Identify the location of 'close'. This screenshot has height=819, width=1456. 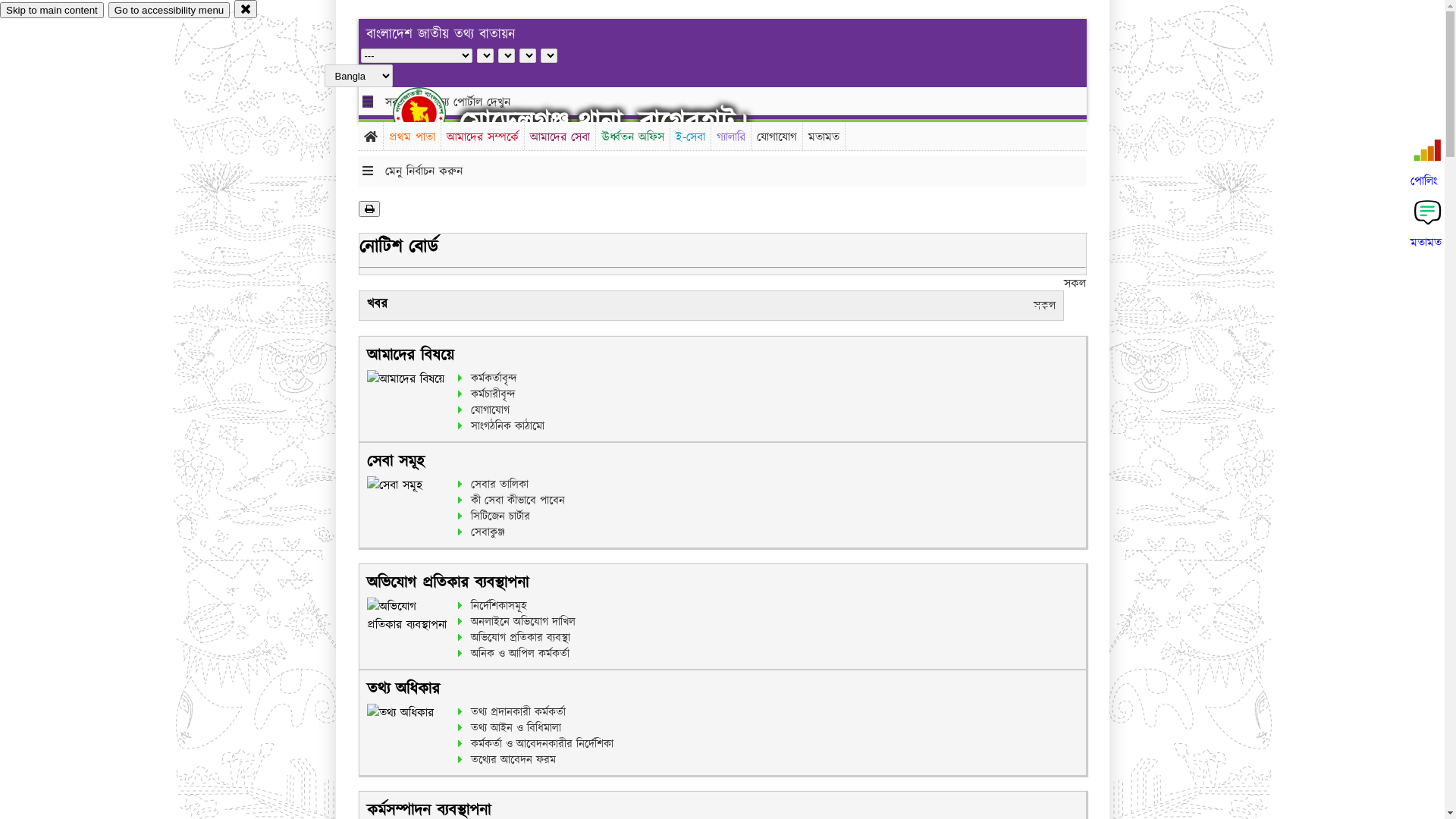
(246, 8).